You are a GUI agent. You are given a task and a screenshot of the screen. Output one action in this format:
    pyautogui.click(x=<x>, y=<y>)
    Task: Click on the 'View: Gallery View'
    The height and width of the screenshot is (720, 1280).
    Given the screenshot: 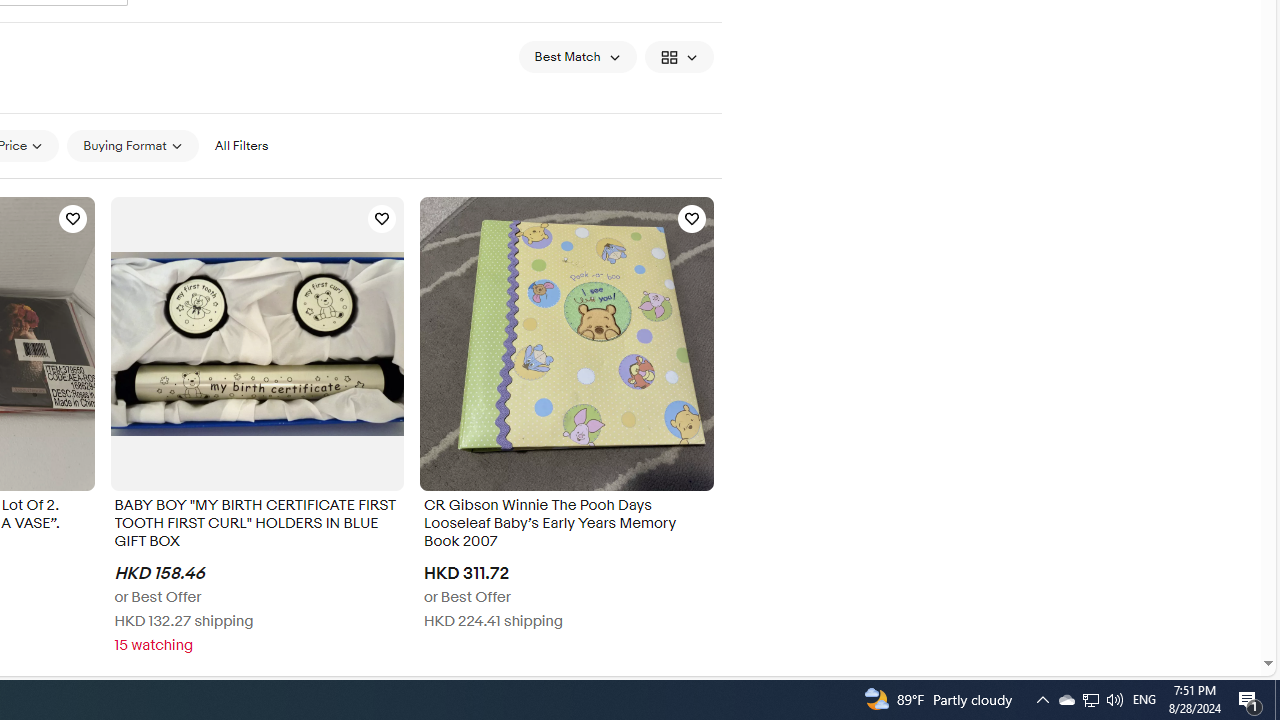 What is the action you would take?
    pyautogui.click(x=679, y=55)
    